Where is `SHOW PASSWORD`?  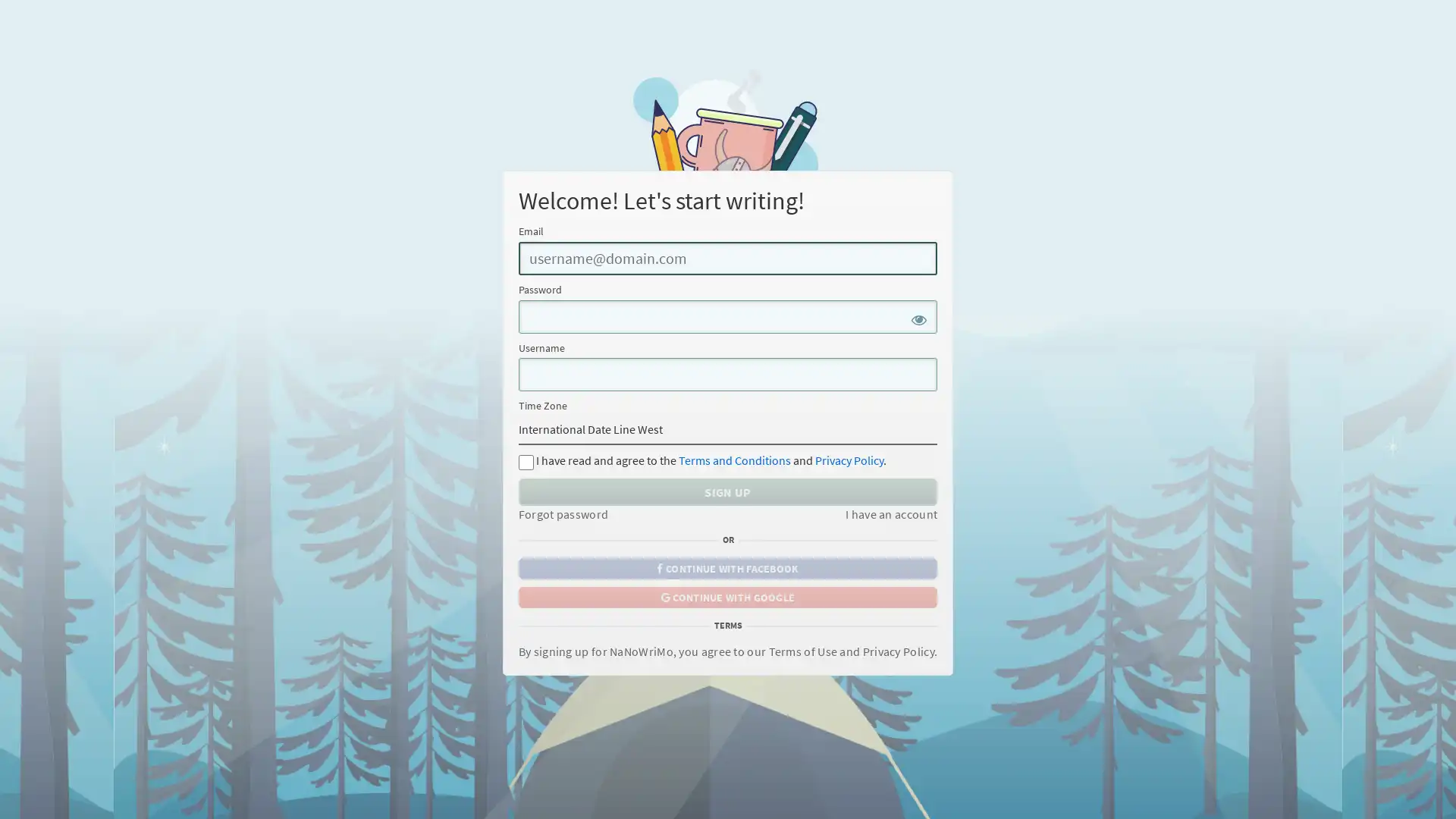
SHOW PASSWORD is located at coordinates (921, 318).